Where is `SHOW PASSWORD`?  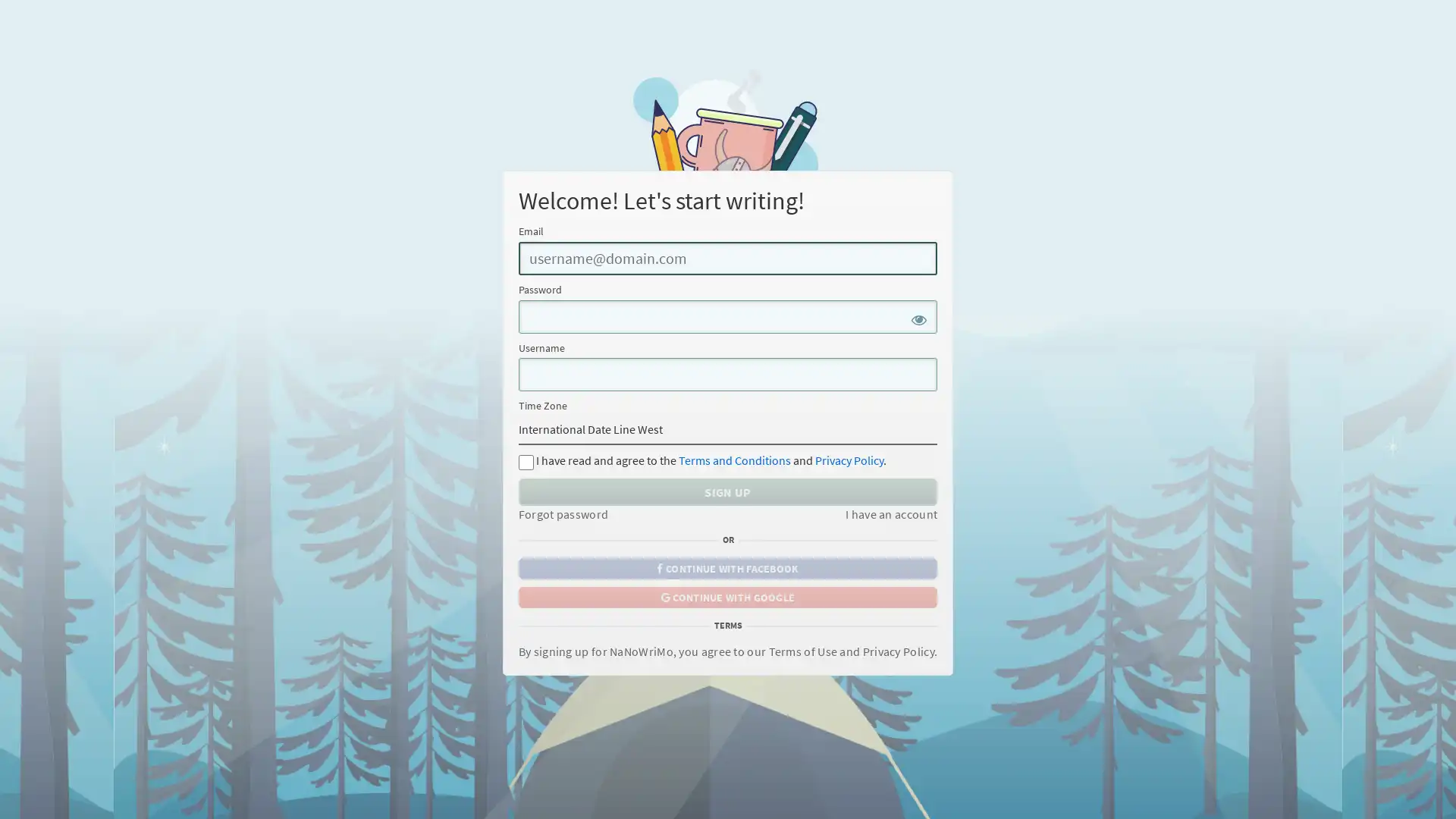
SHOW PASSWORD is located at coordinates (921, 318).